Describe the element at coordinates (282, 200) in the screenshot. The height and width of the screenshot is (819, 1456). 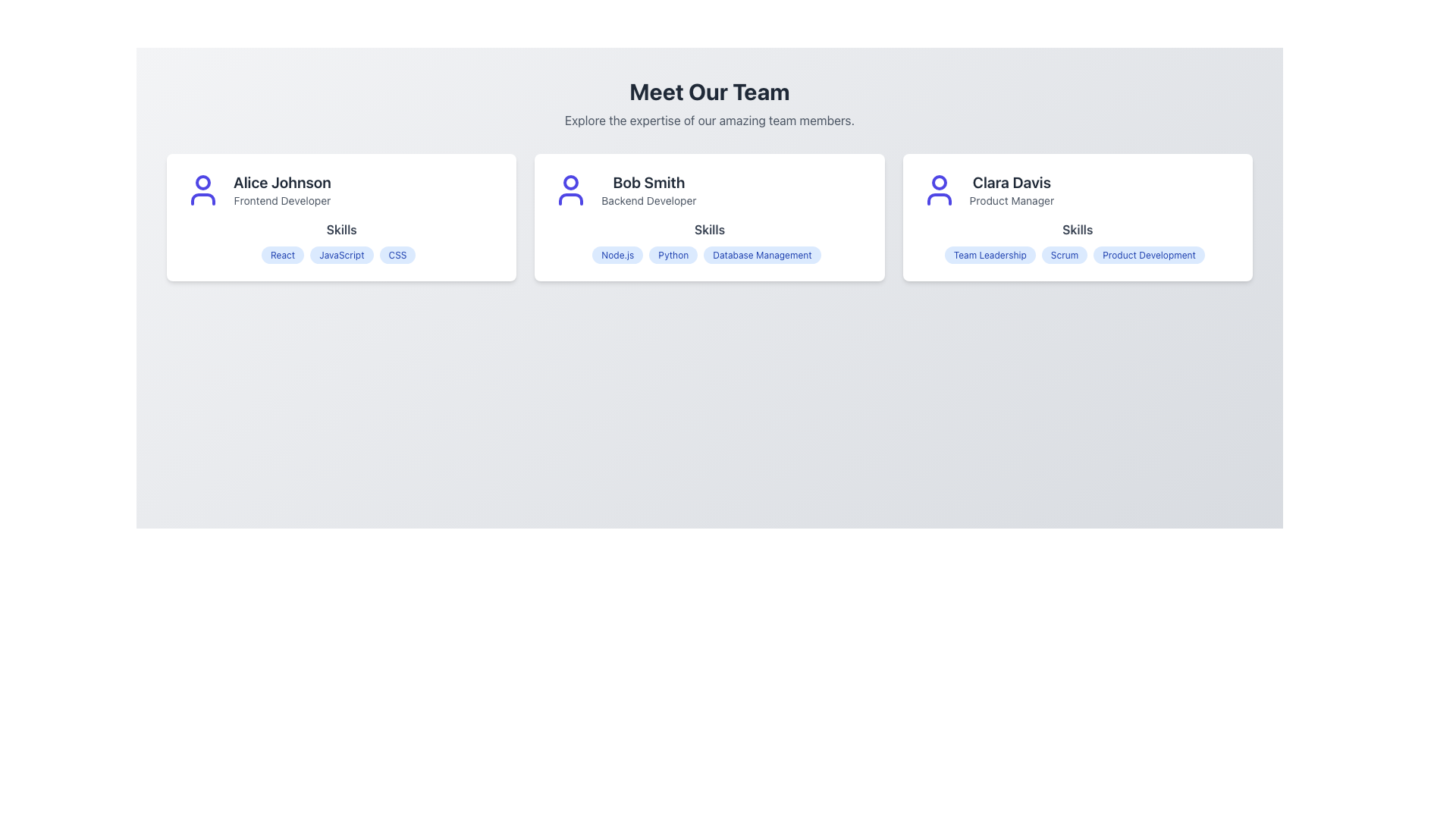
I see `the text label that reads 'Frontend Developer' located below 'Alice Johnson' in the upper-left profile card of the 'Meet Our Team' section, as it may have additional functionality` at that location.